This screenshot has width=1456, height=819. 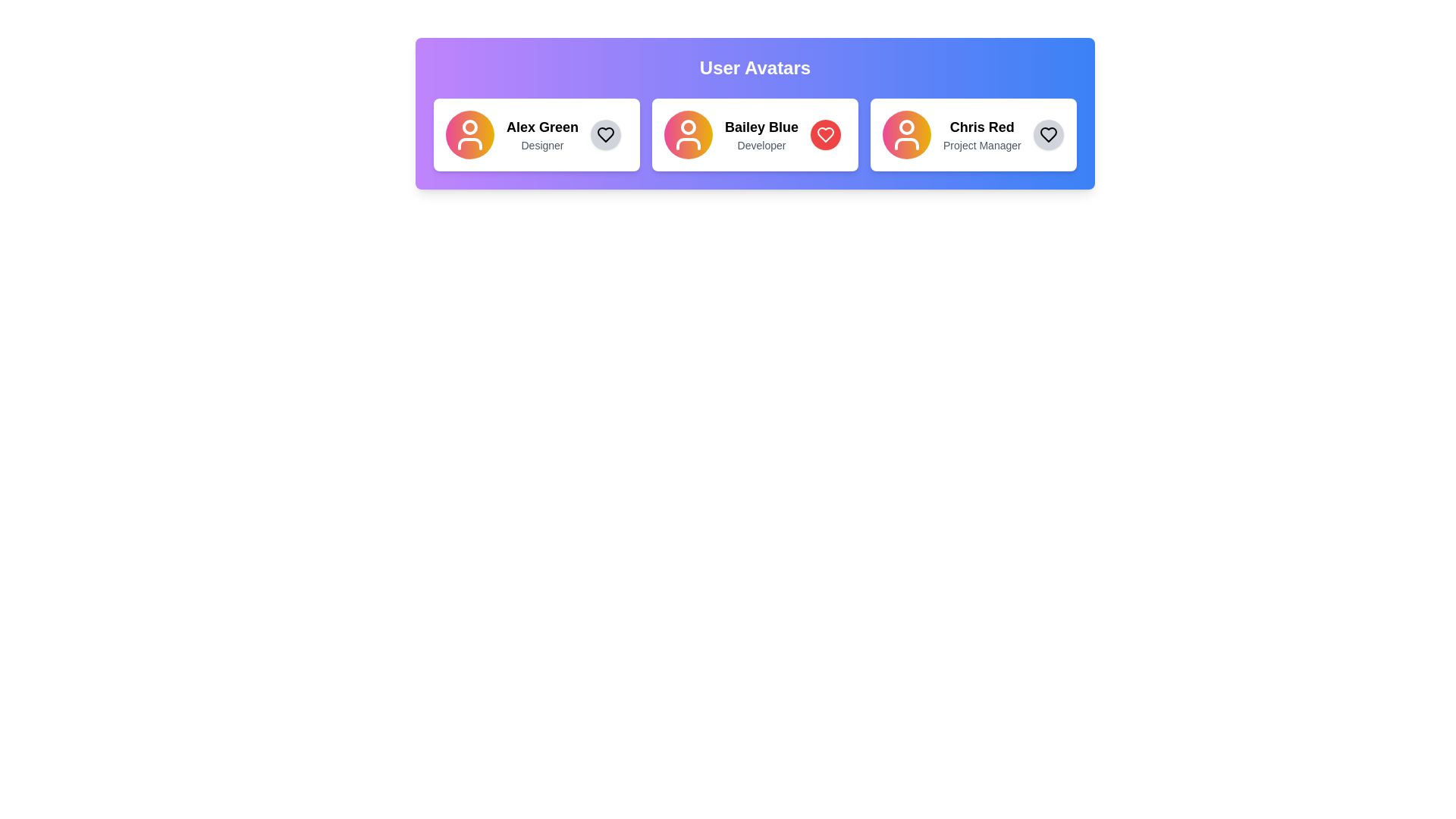 What do you see at coordinates (755, 113) in the screenshot?
I see `the second section of the user profile display area, which presents user details such as name and role` at bounding box center [755, 113].